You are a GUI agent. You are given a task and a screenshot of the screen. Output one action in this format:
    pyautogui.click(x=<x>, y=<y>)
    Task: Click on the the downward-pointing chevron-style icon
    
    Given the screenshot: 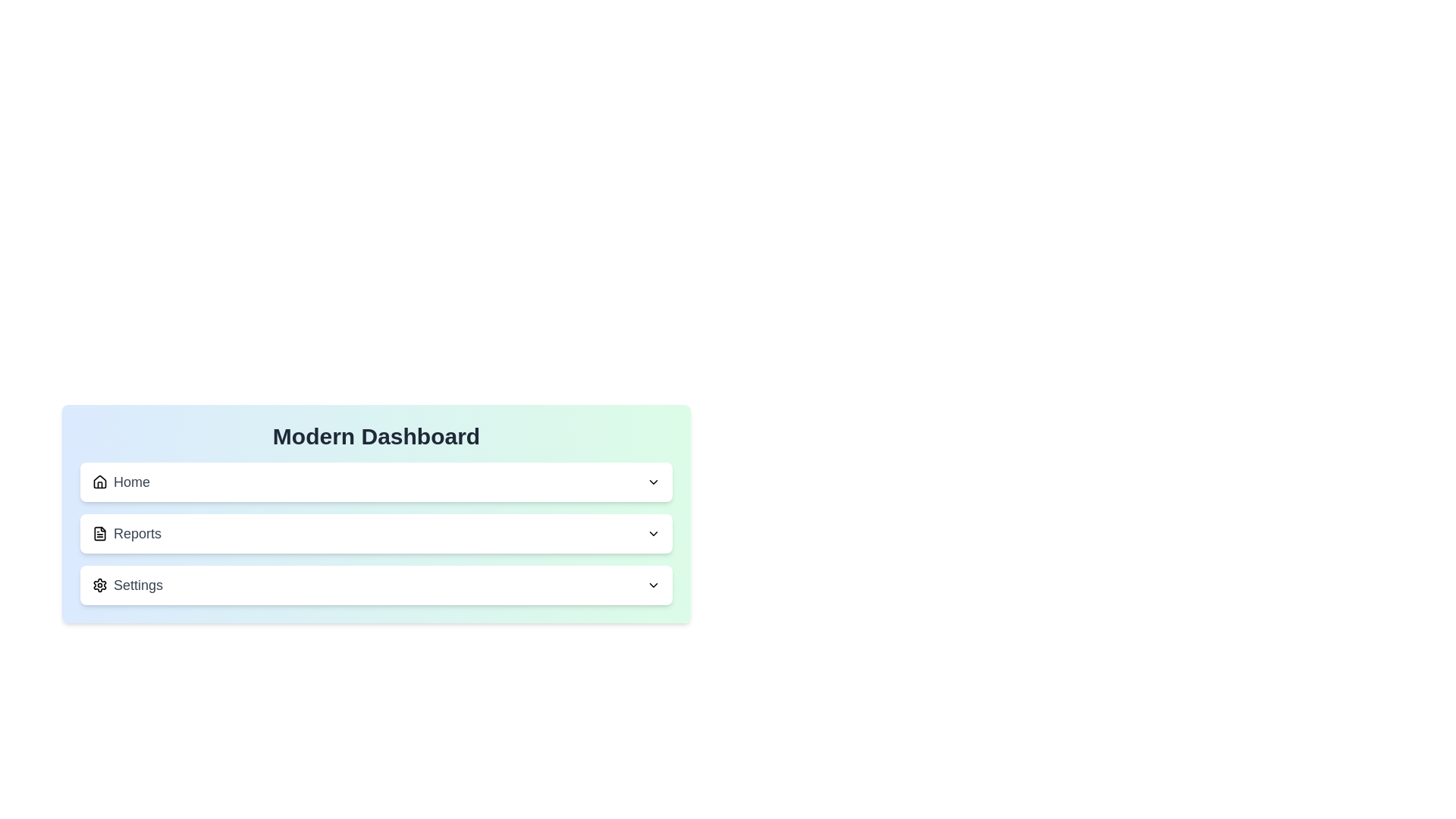 What is the action you would take?
    pyautogui.click(x=654, y=533)
    